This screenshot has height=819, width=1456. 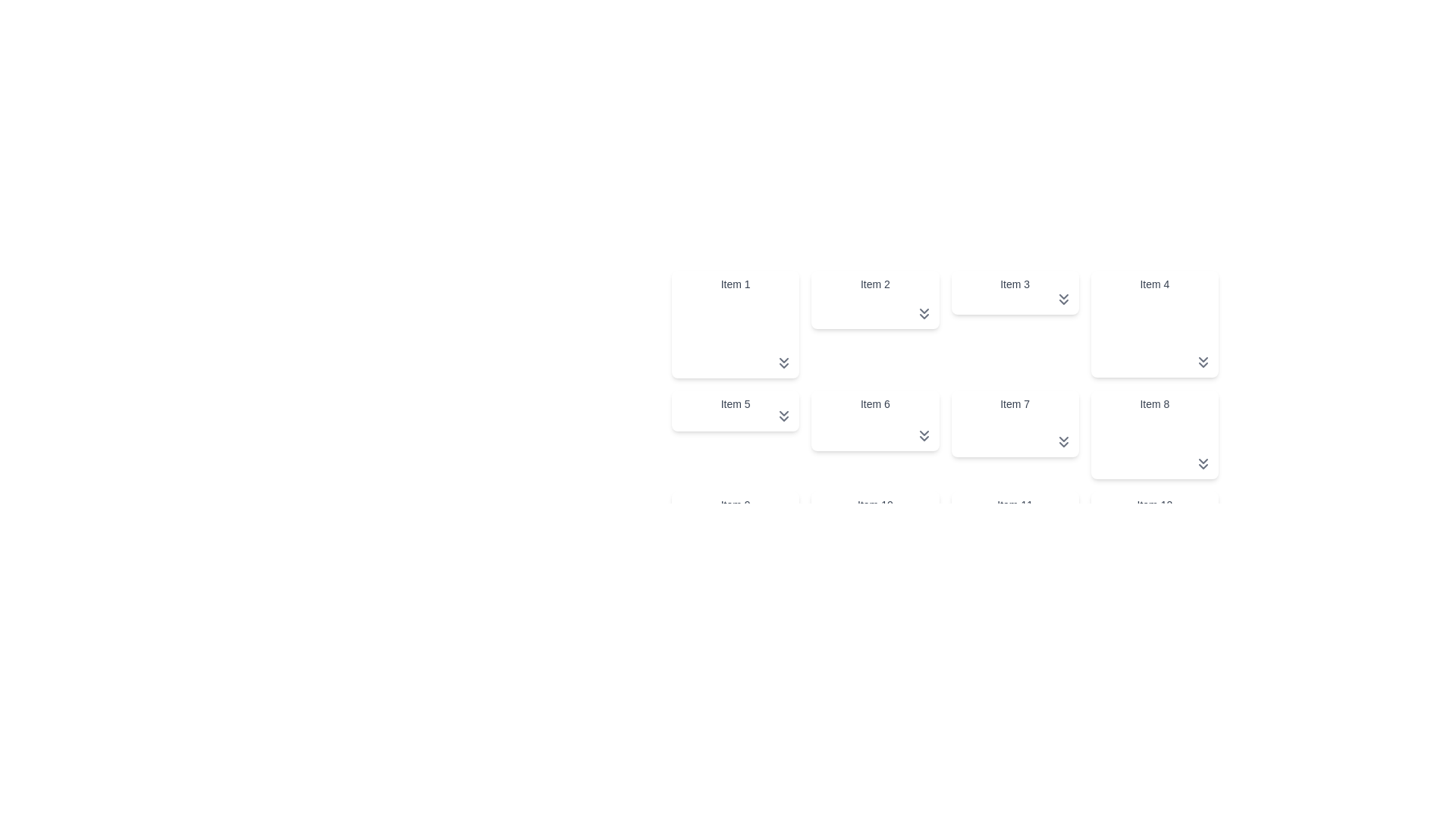 What do you see at coordinates (875, 504) in the screenshot?
I see `the 'Item 10' label text, which is styled in gray with a medium font size and located within a card-like component` at bounding box center [875, 504].